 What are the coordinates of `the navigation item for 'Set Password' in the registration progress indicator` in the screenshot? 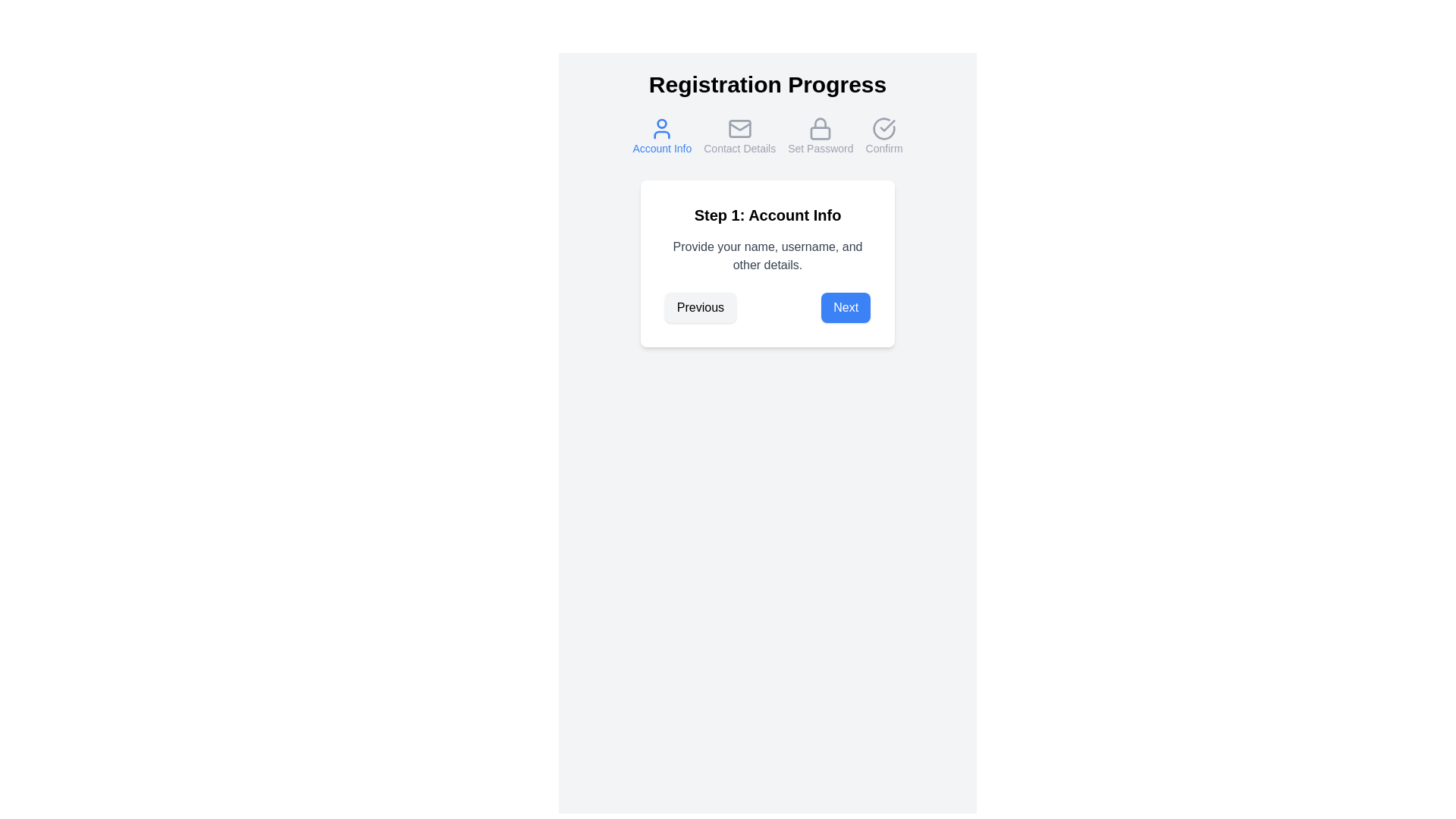 It's located at (820, 136).